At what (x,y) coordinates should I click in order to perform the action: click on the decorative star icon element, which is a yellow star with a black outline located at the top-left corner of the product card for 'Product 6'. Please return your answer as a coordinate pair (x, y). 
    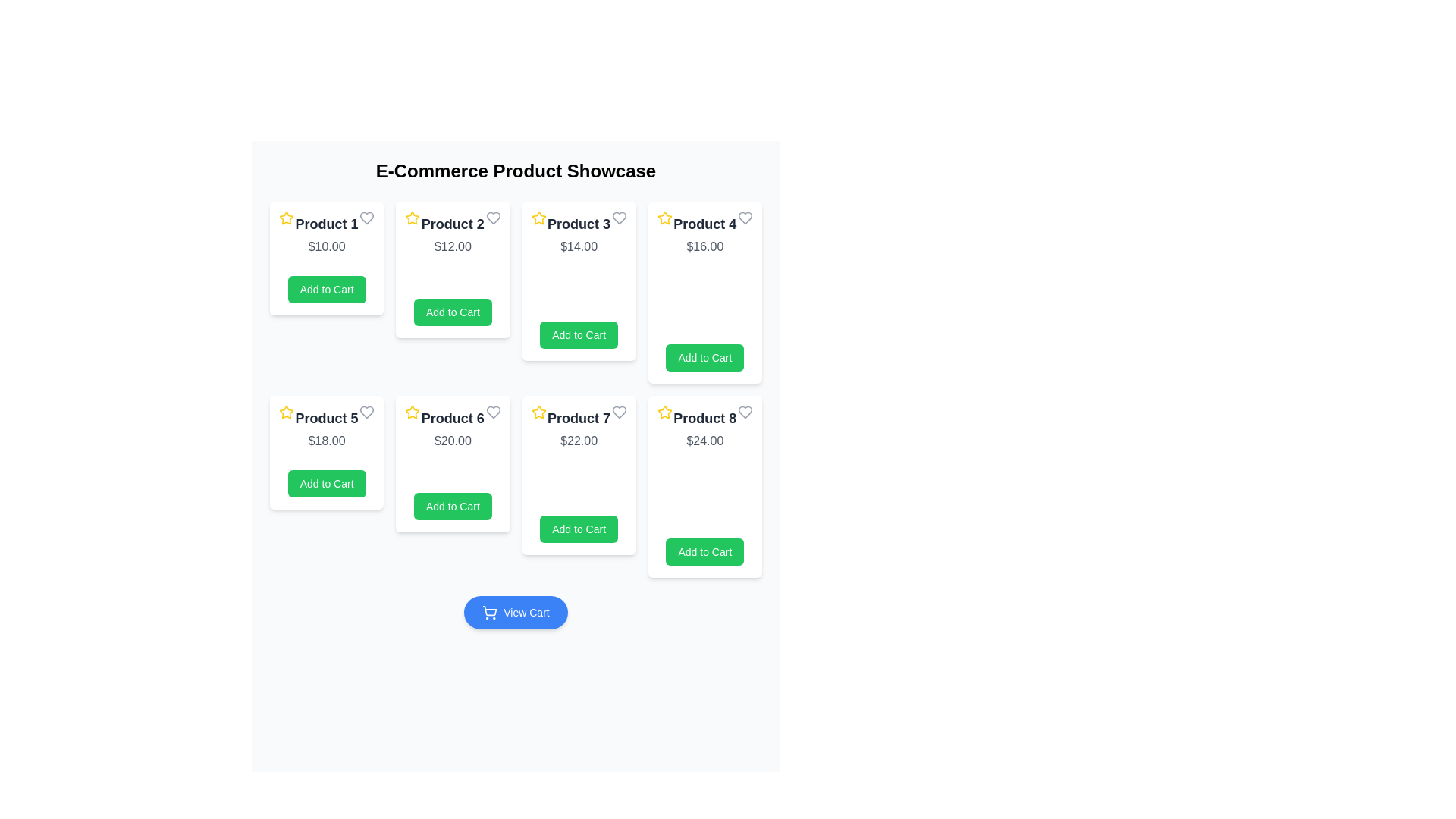
    Looking at the image, I should click on (413, 412).